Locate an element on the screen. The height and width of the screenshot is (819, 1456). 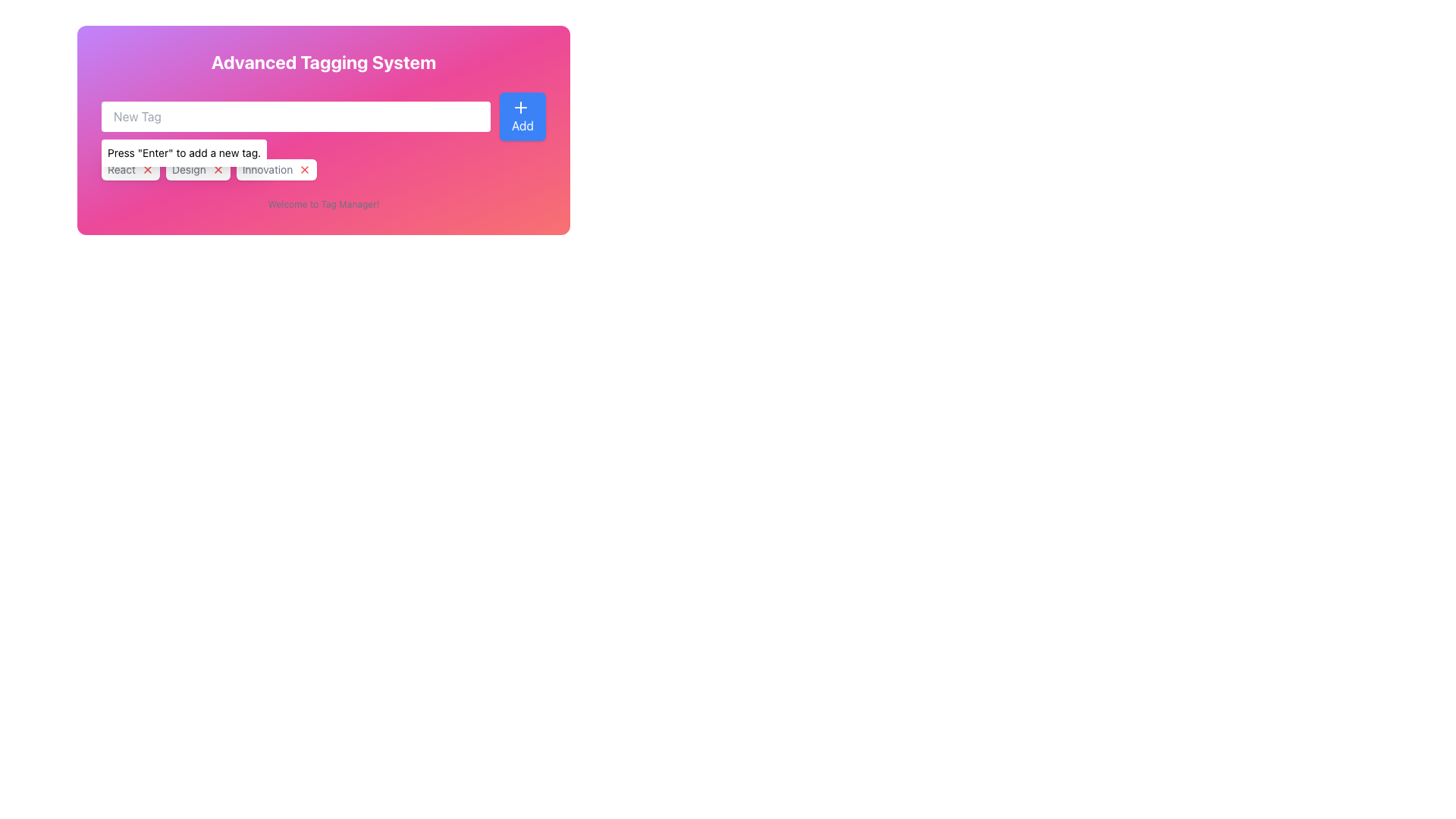
the red 'X' icon button located to the right of the 'Innovation' tag is located at coordinates (304, 169).